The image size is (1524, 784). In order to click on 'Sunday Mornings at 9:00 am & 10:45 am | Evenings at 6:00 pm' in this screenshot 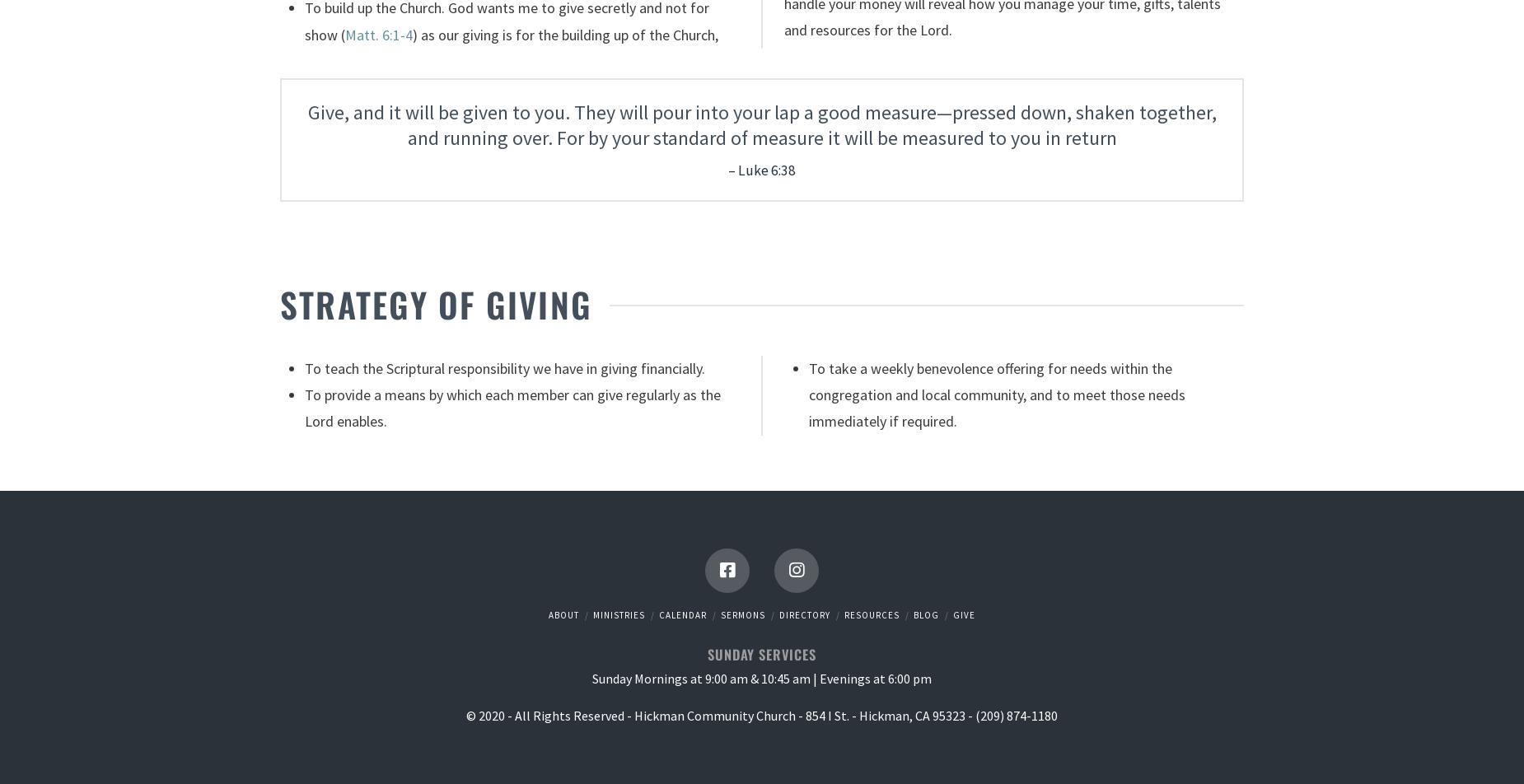, I will do `click(762, 678)`.